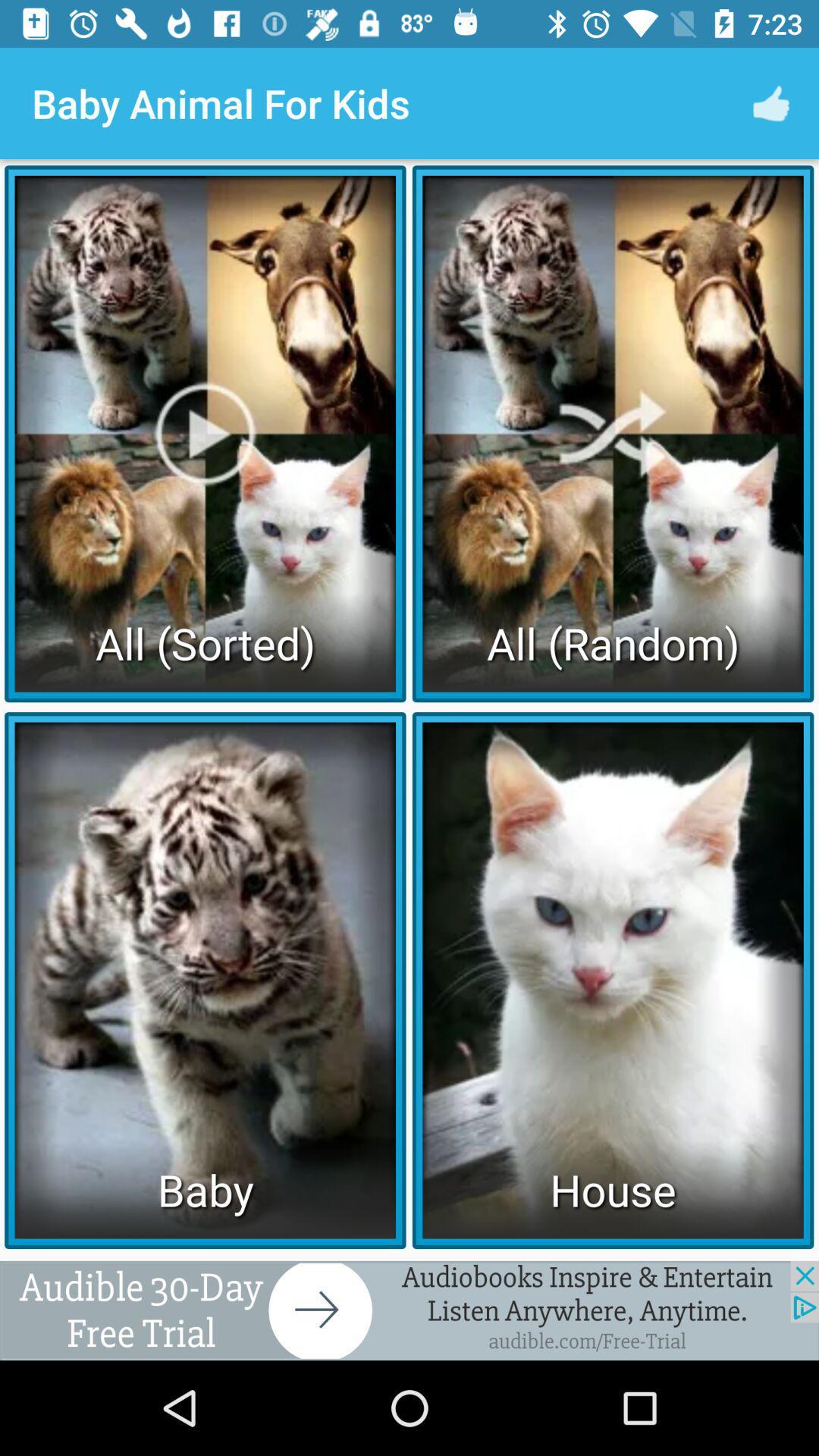  I want to click on advertisement, so click(409, 1310).